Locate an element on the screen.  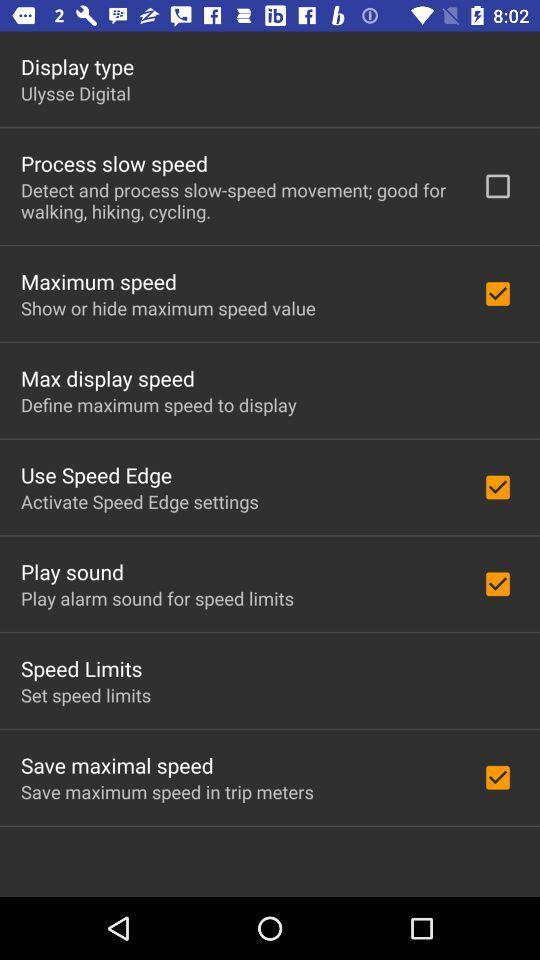
icon below set speed limits is located at coordinates (117, 764).